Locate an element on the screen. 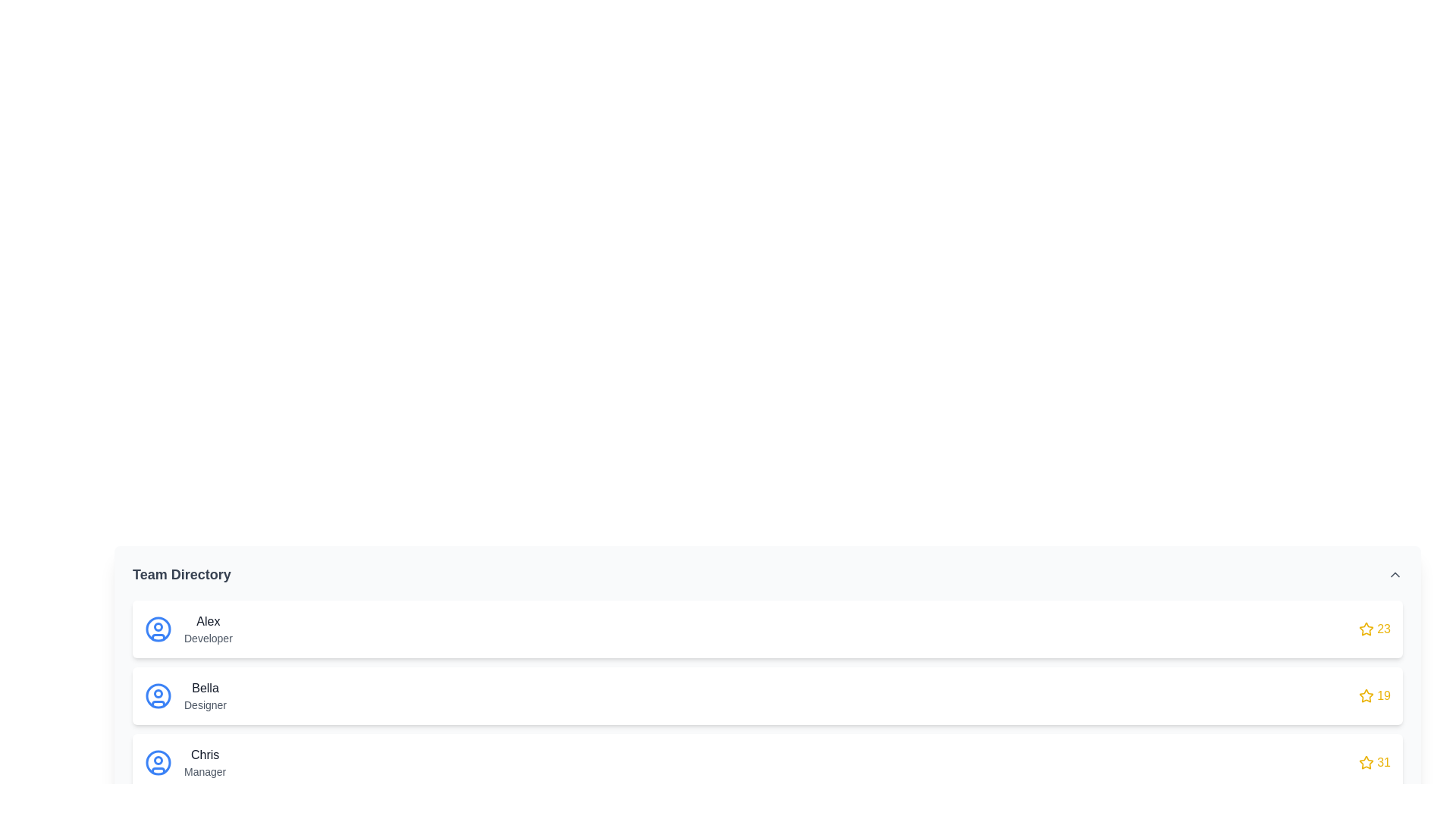 This screenshot has height=819, width=1456. the favorite/rating indicator icon located in the second entry of the 'Team Directory' section for 'Bella,' a 'Designer,' positioned on the right end of the row adjacent to the numeric value '19.' is located at coordinates (1367, 695).